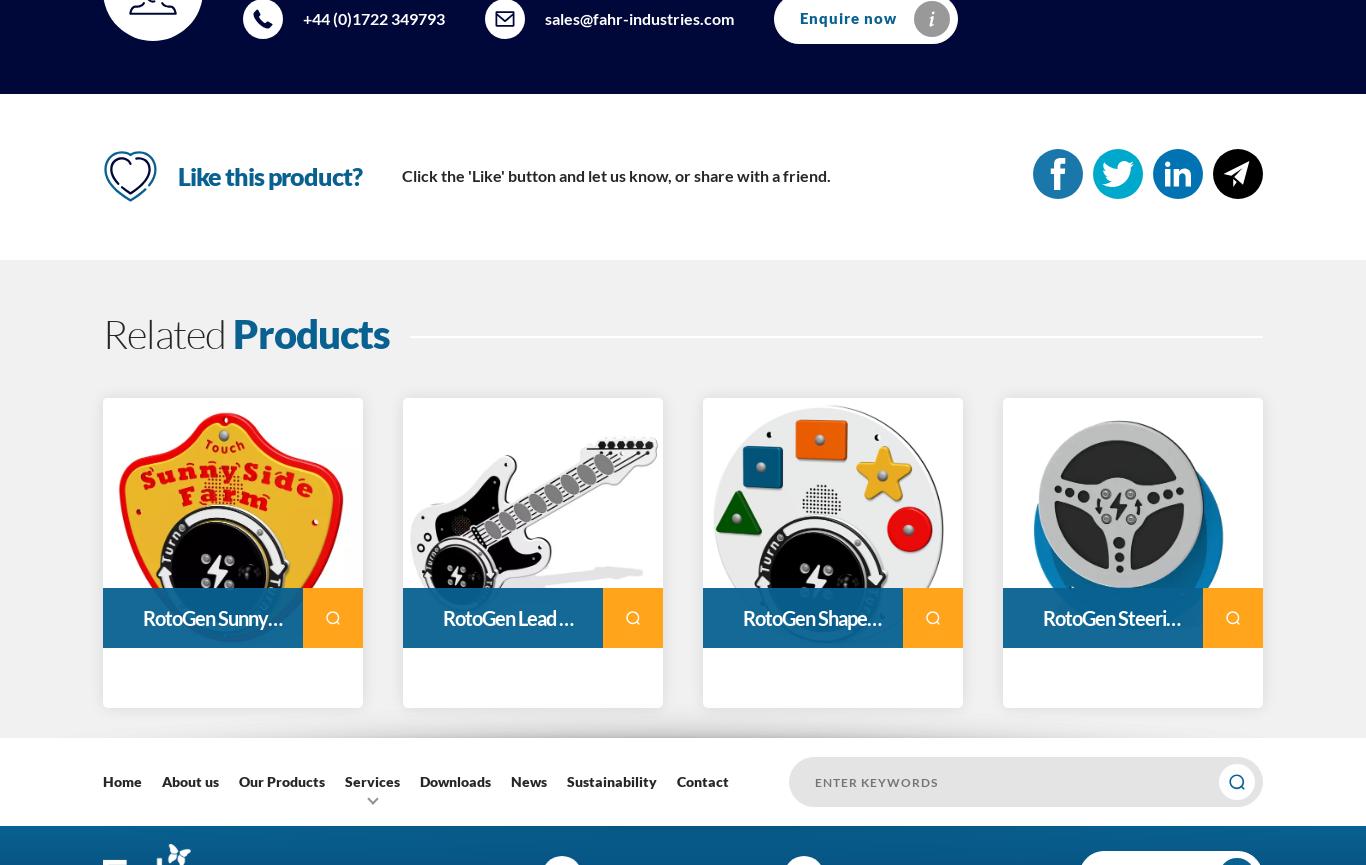  I want to click on 'Enquire now', so click(847, 17).